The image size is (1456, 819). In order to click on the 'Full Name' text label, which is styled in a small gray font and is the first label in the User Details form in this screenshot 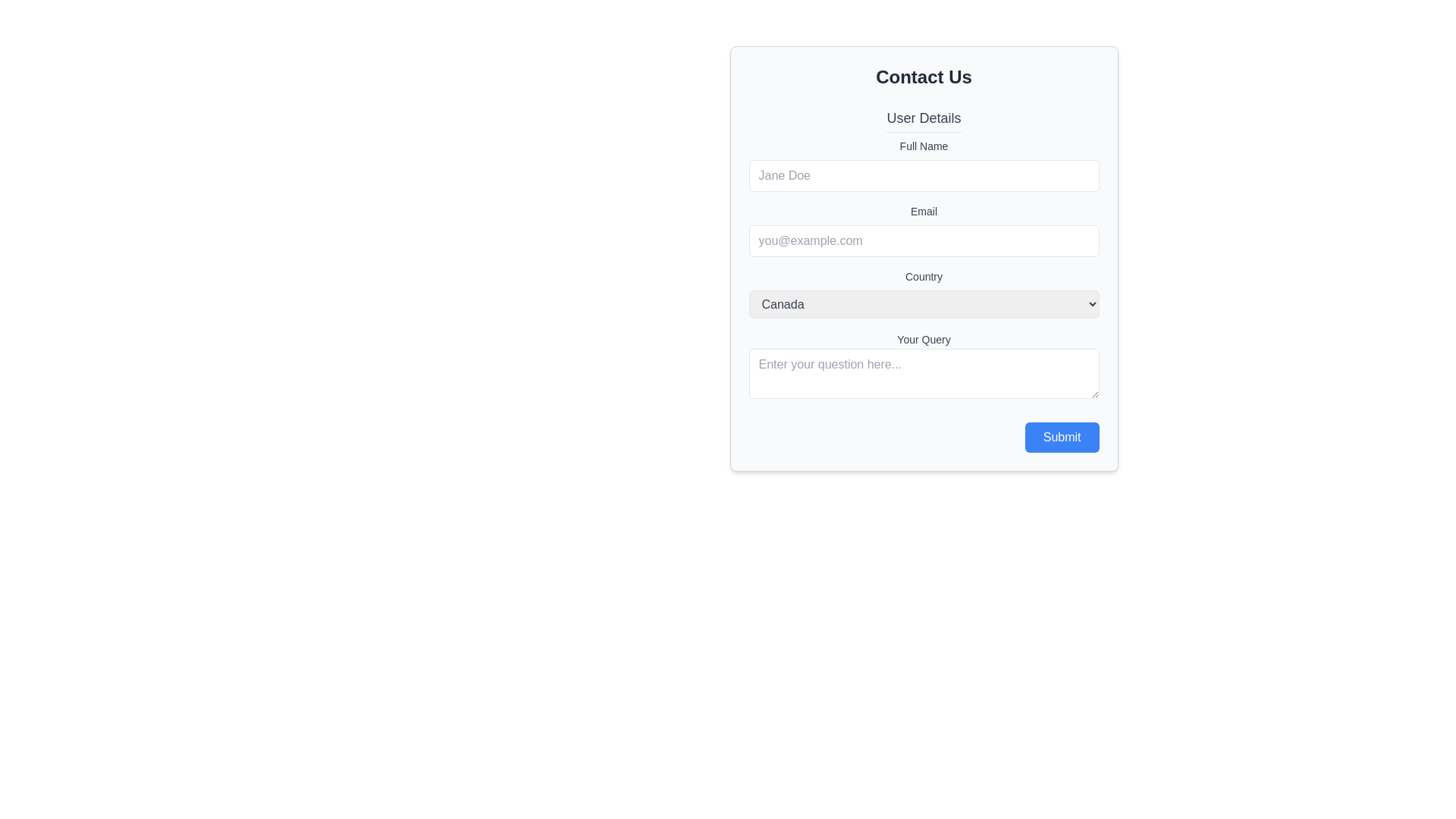, I will do `click(923, 146)`.